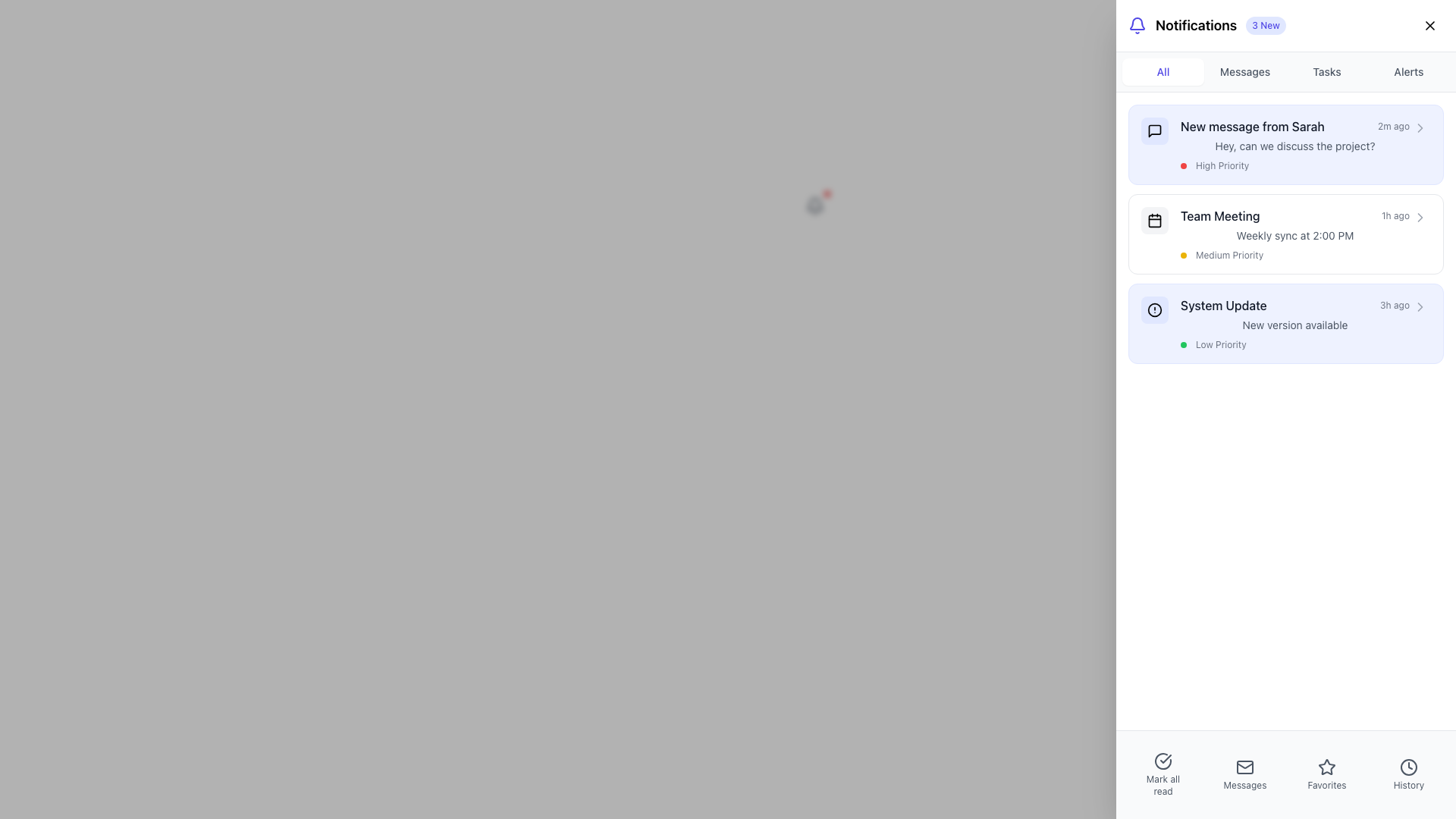  I want to click on the checkmark element of the 'Mark all read' button in the footer area of the notification interface, so click(1165, 759).